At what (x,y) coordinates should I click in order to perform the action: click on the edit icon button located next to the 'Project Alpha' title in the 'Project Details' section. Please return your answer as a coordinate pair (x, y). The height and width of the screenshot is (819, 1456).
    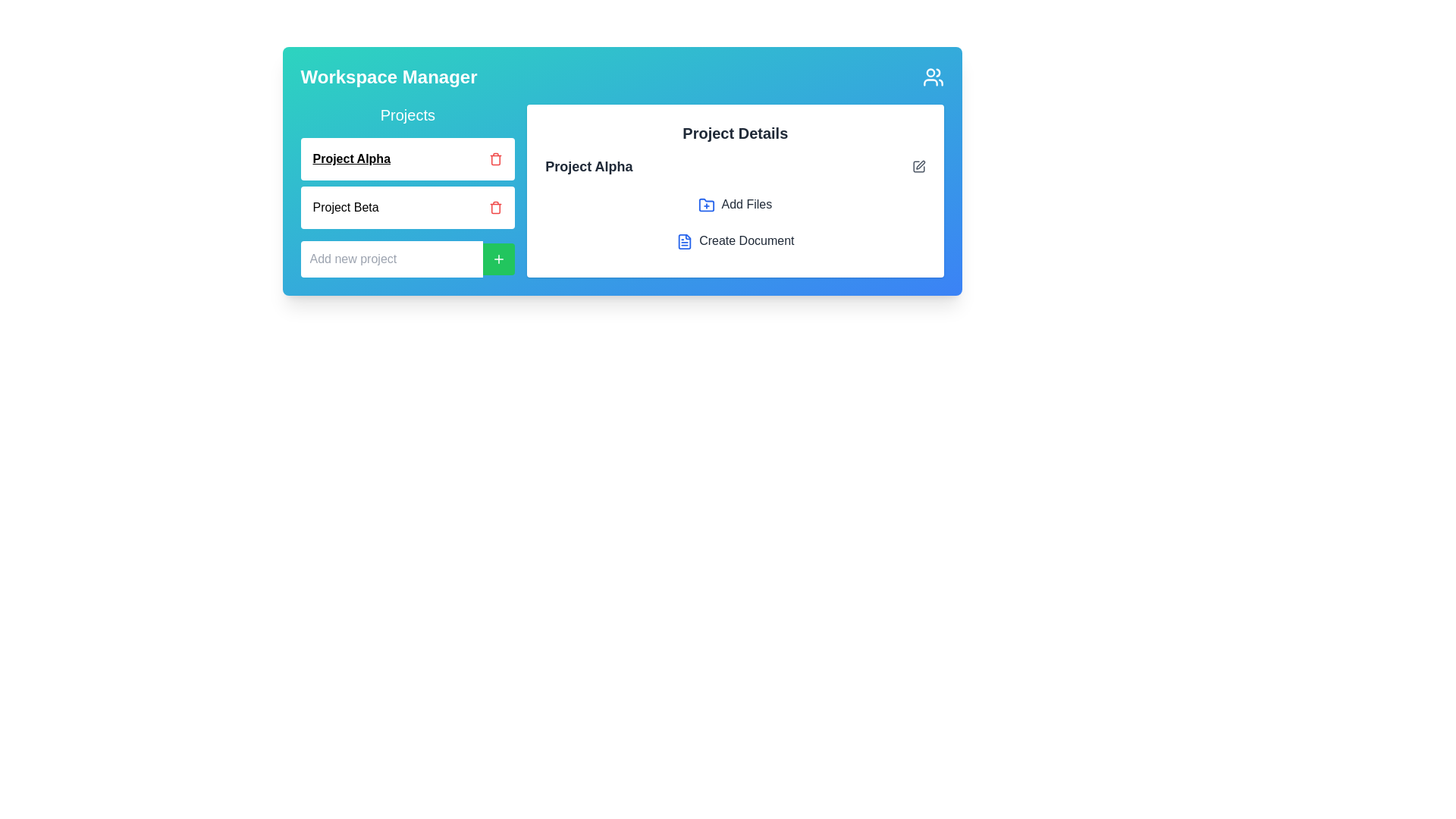
    Looking at the image, I should click on (918, 166).